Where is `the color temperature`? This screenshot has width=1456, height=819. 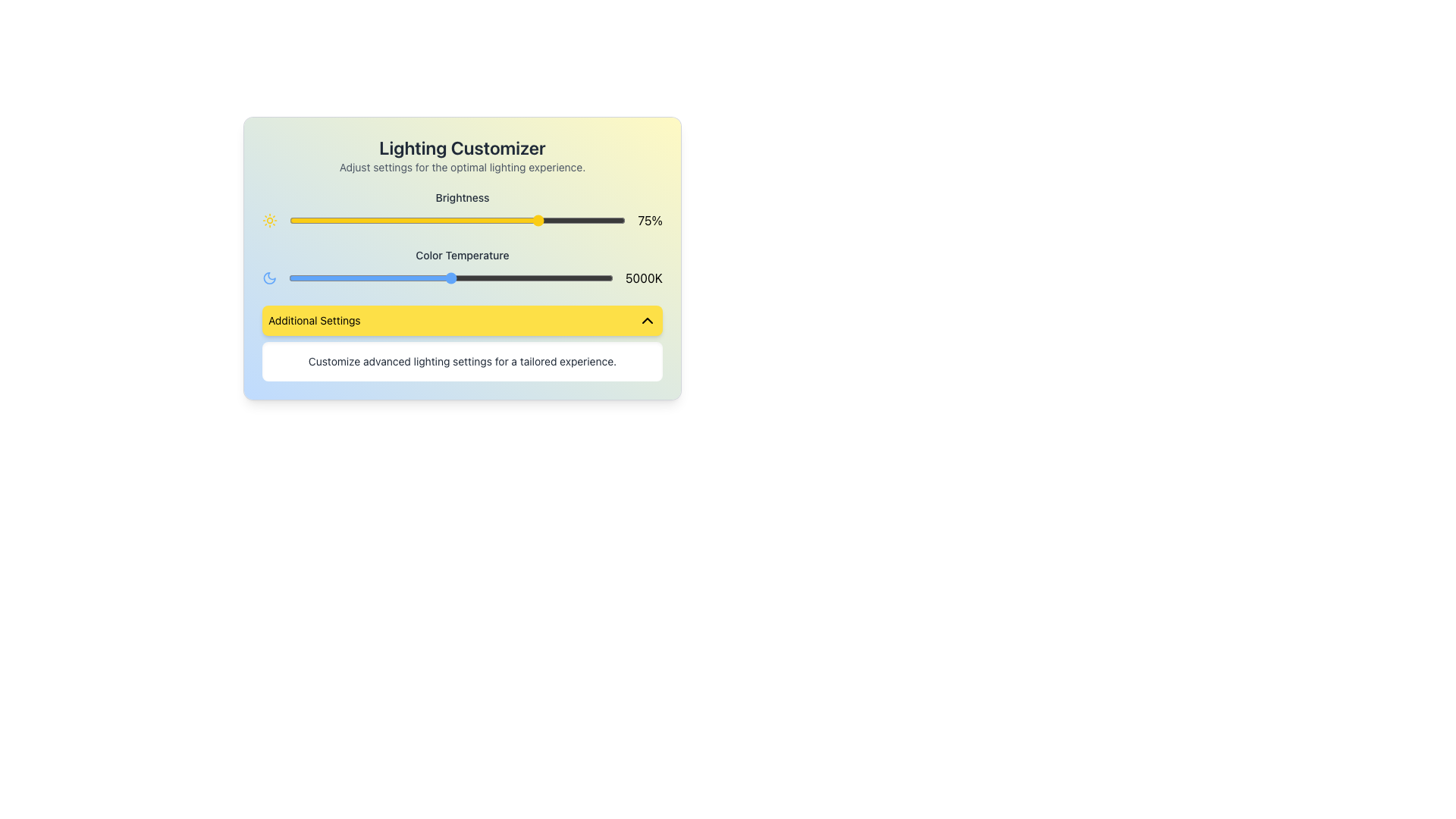
the color temperature is located at coordinates (384, 278).